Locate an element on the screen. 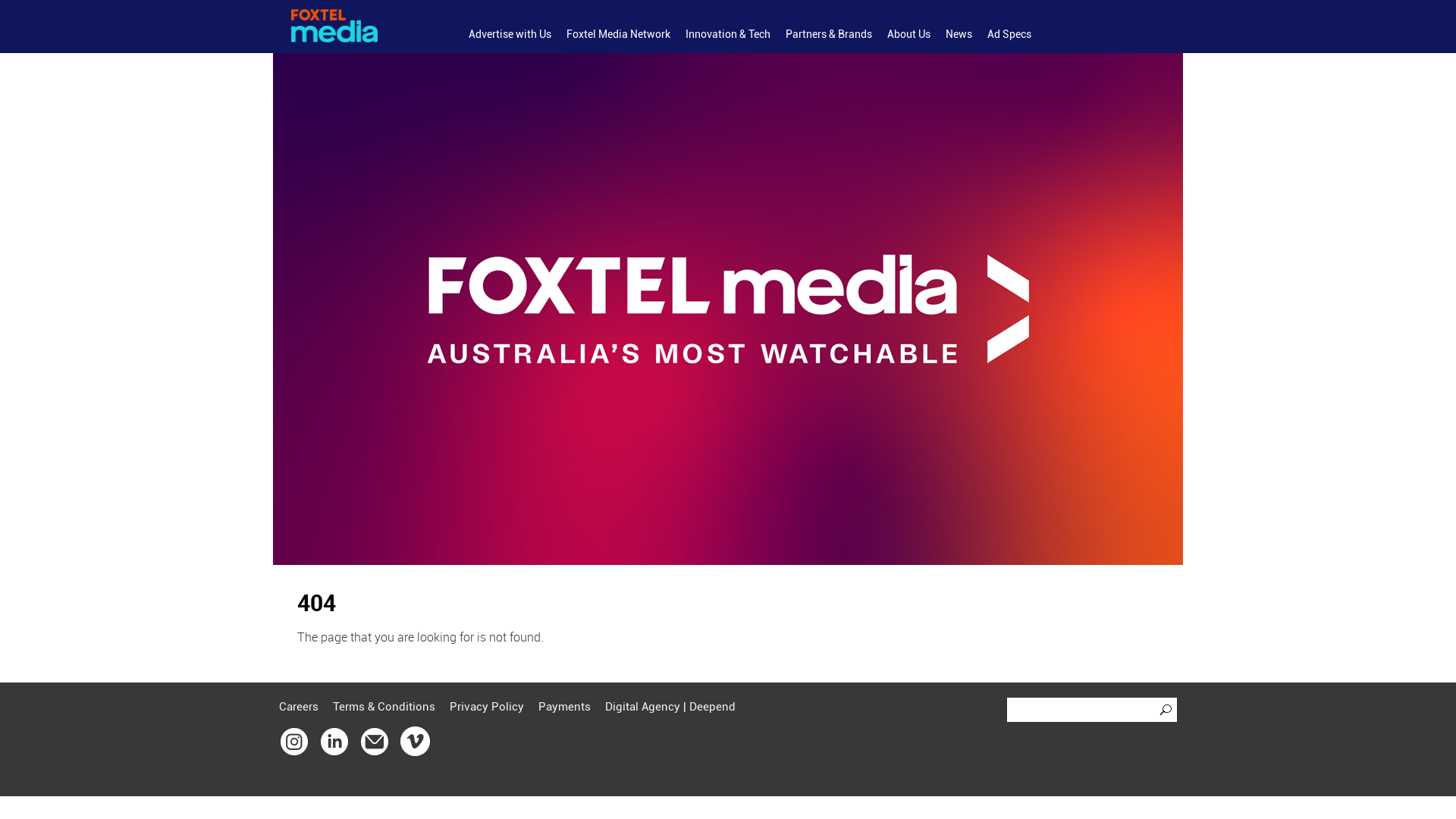 The height and width of the screenshot is (819, 1456). 'News' is located at coordinates (958, 34).